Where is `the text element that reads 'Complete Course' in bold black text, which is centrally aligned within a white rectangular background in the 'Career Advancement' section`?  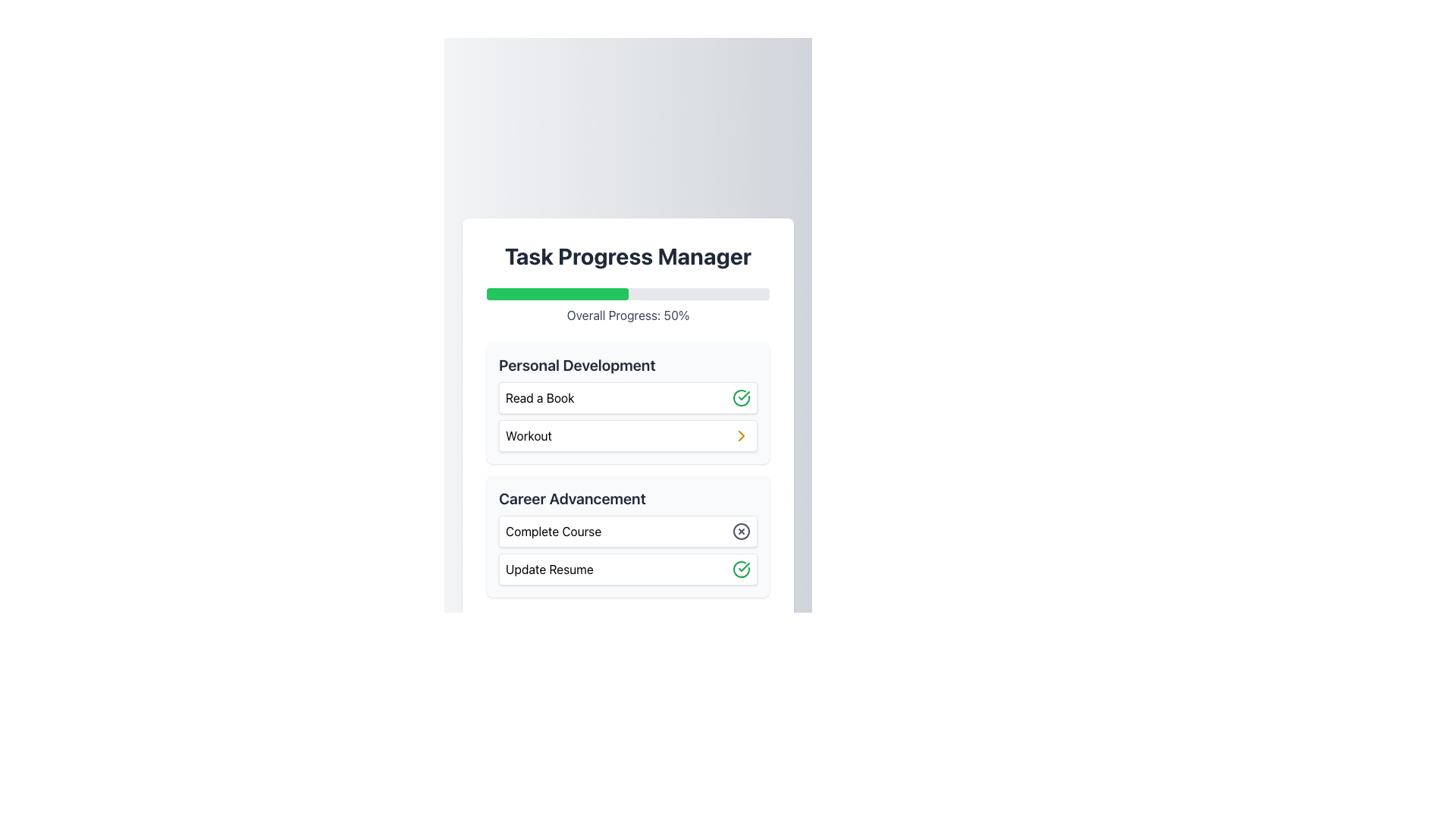
the text element that reads 'Complete Course' in bold black text, which is centrally aligned within a white rectangular background in the 'Career Advancement' section is located at coordinates (552, 531).